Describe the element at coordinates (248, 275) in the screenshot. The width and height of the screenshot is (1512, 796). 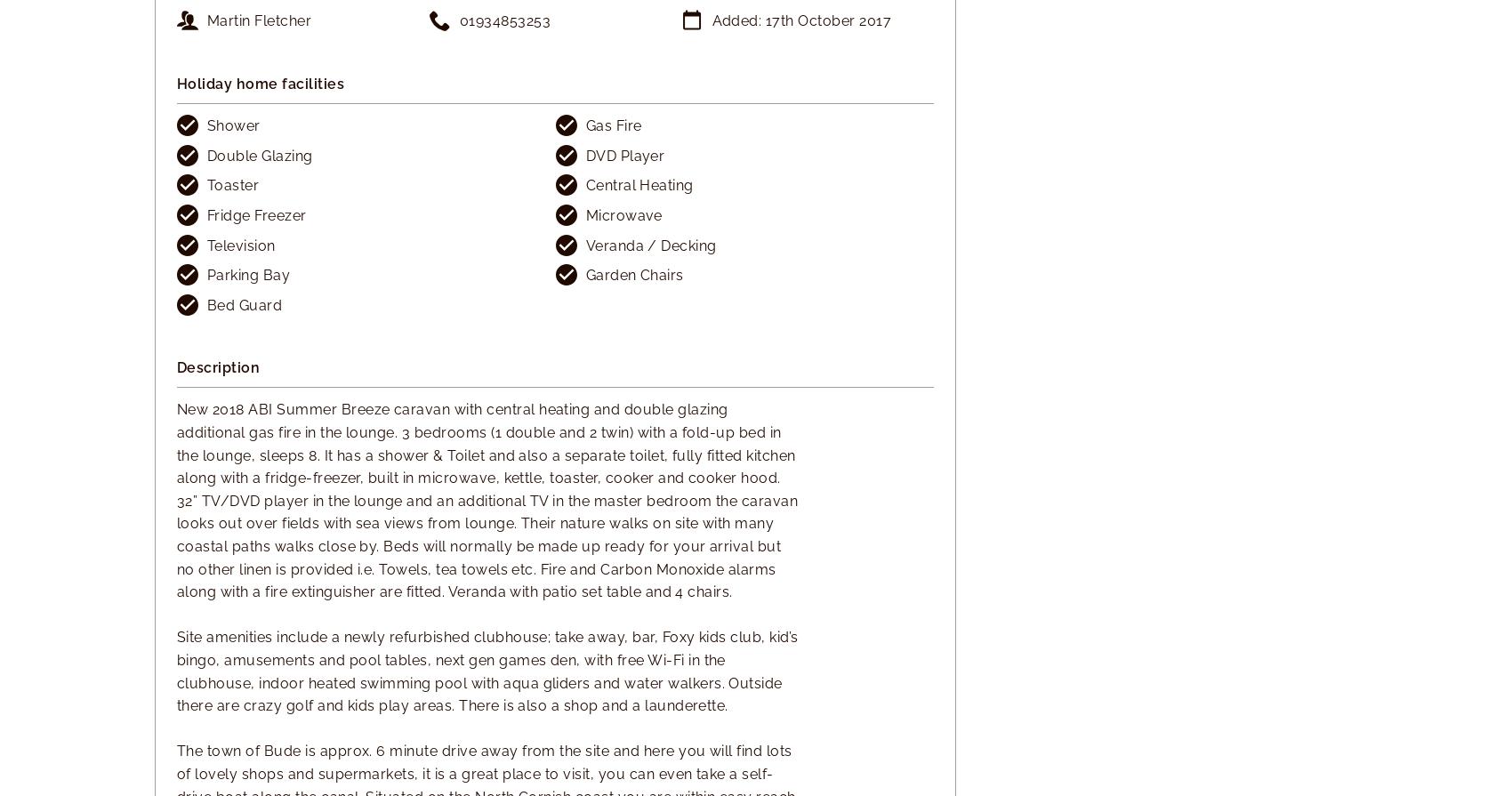
I see `'Parking Bay'` at that location.